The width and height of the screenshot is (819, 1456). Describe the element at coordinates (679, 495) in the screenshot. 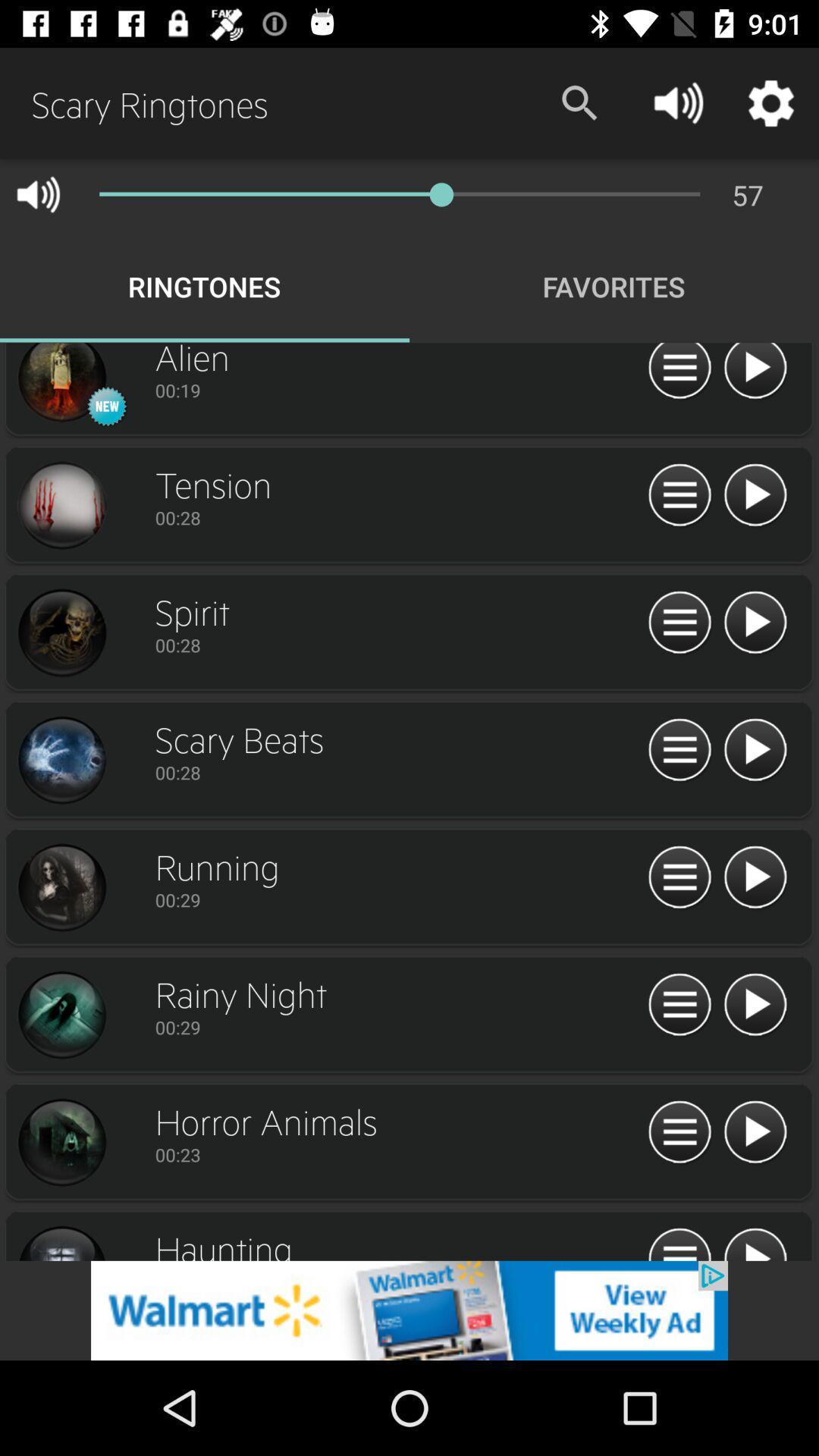

I see `menu button` at that location.